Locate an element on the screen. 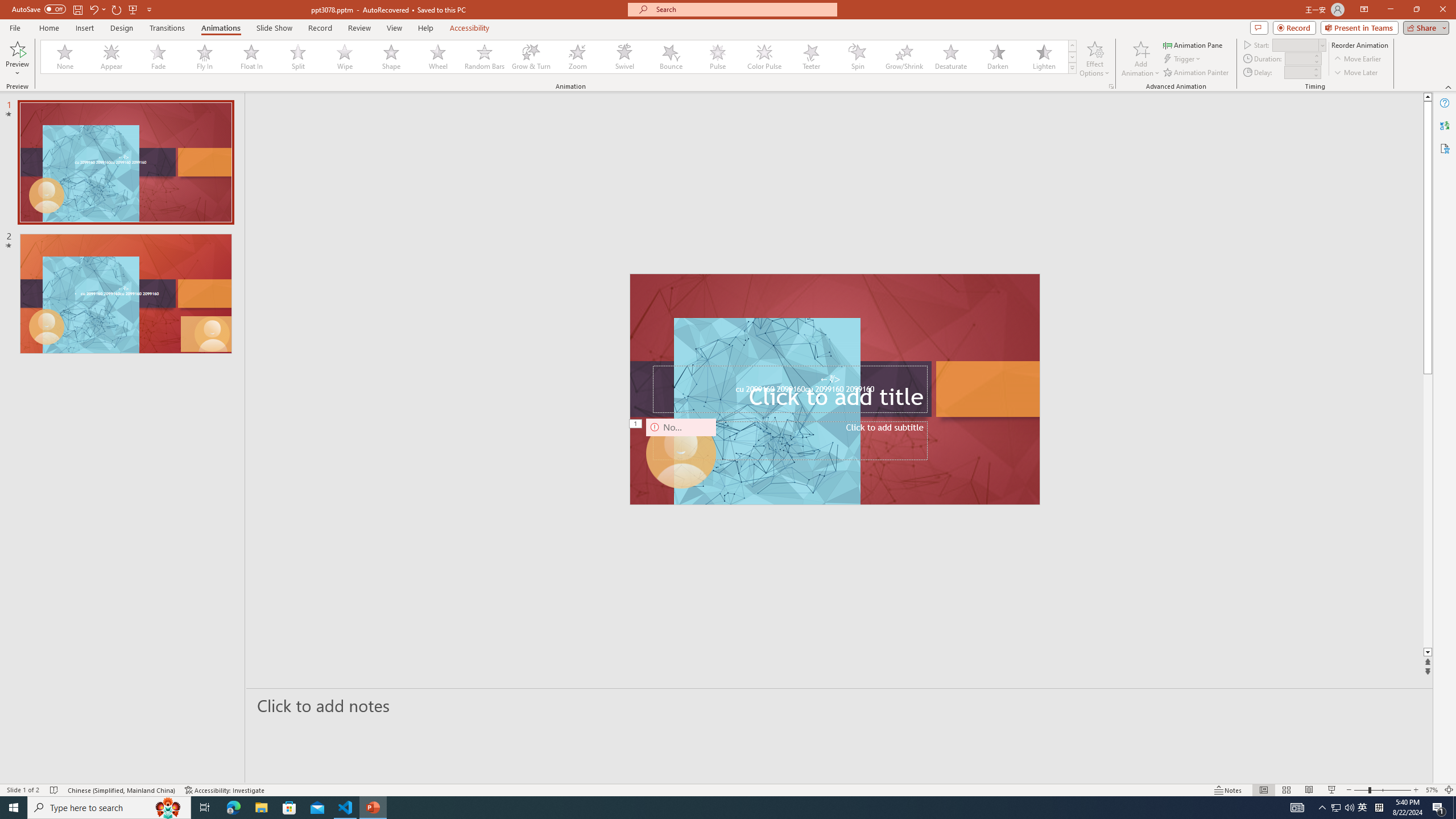 The image size is (1456, 819). 'Title TextBox' is located at coordinates (789, 388).